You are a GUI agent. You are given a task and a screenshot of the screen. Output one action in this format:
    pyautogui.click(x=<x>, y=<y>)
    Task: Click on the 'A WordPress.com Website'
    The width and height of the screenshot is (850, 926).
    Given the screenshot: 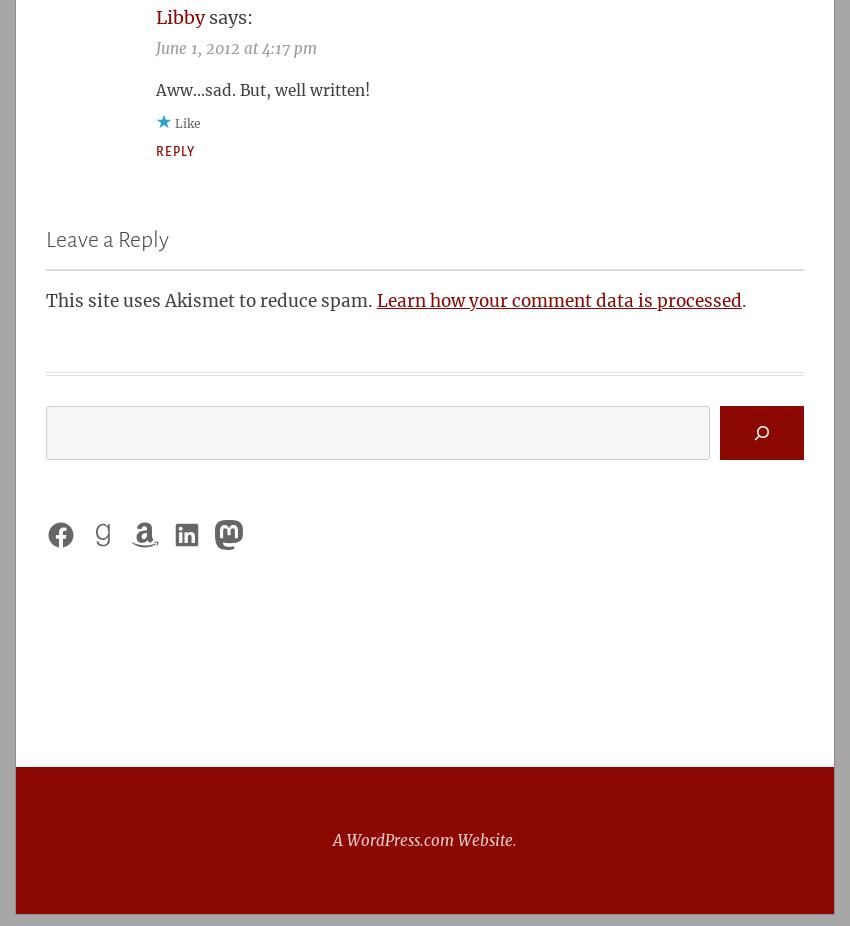 What is the action you would take?
    pyautogui.click(x=333, y=840)
    